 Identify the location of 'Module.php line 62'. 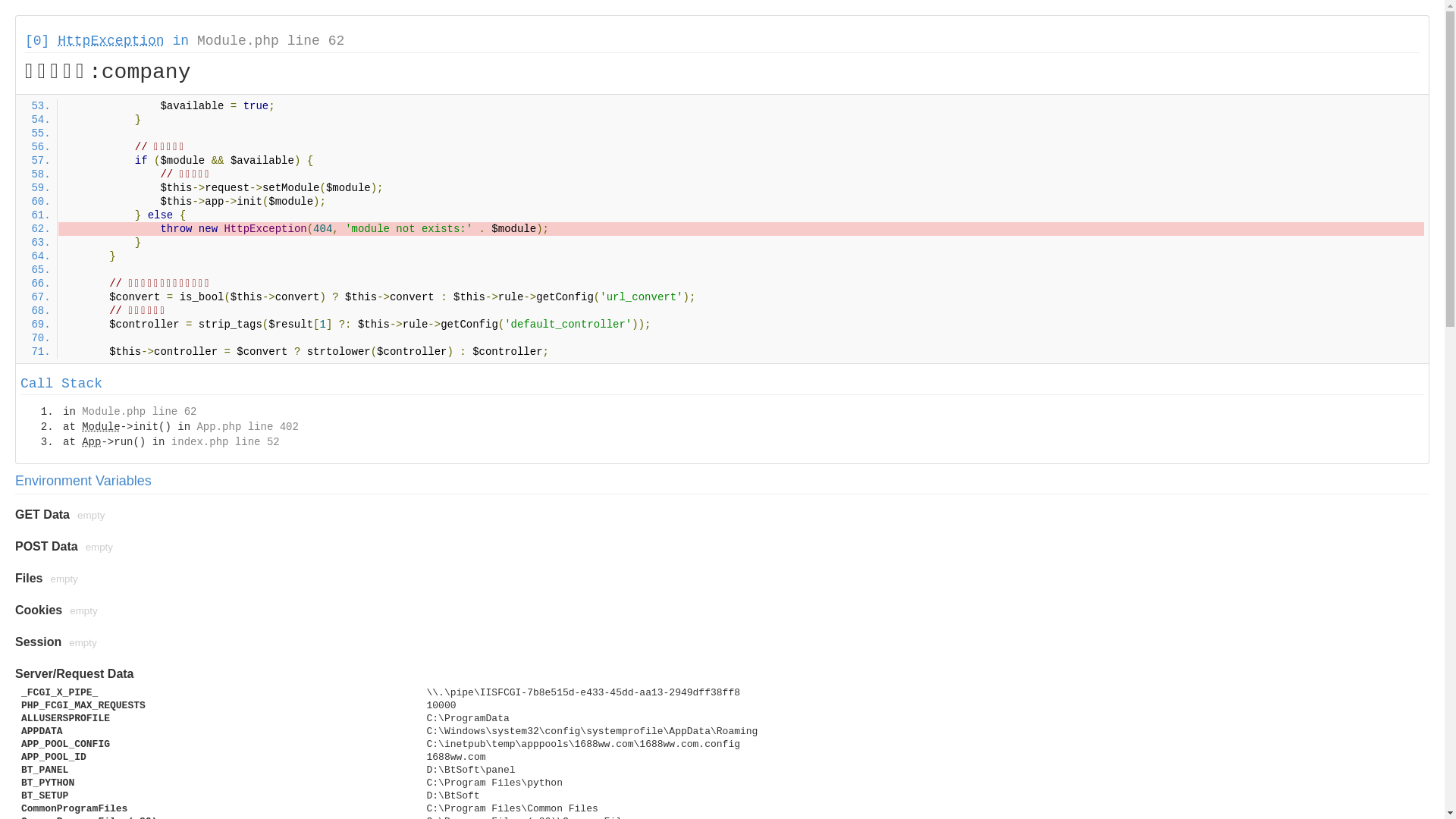
(196, 40).